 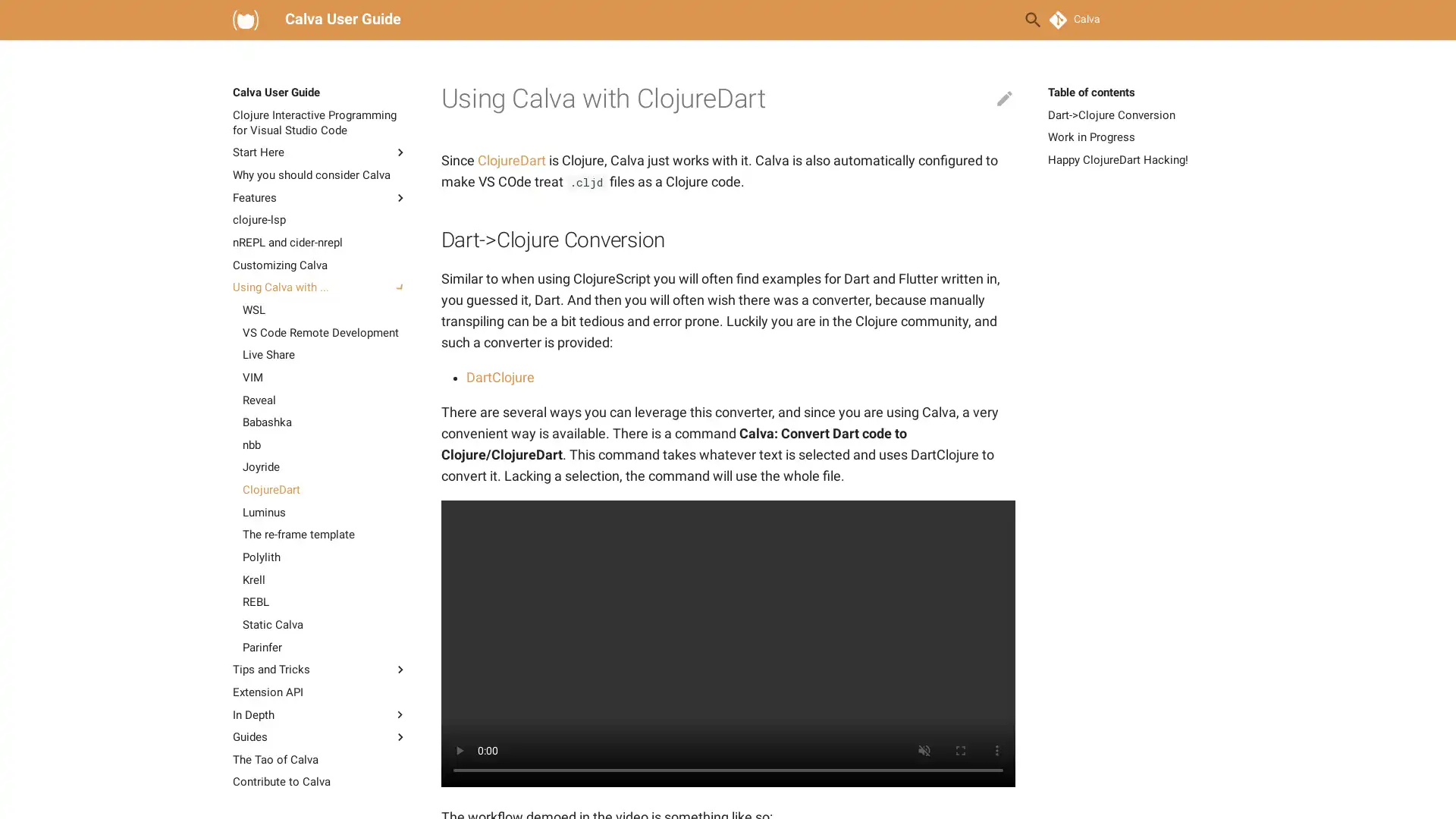 I want to click on Clear, so click(x=996, y=20).